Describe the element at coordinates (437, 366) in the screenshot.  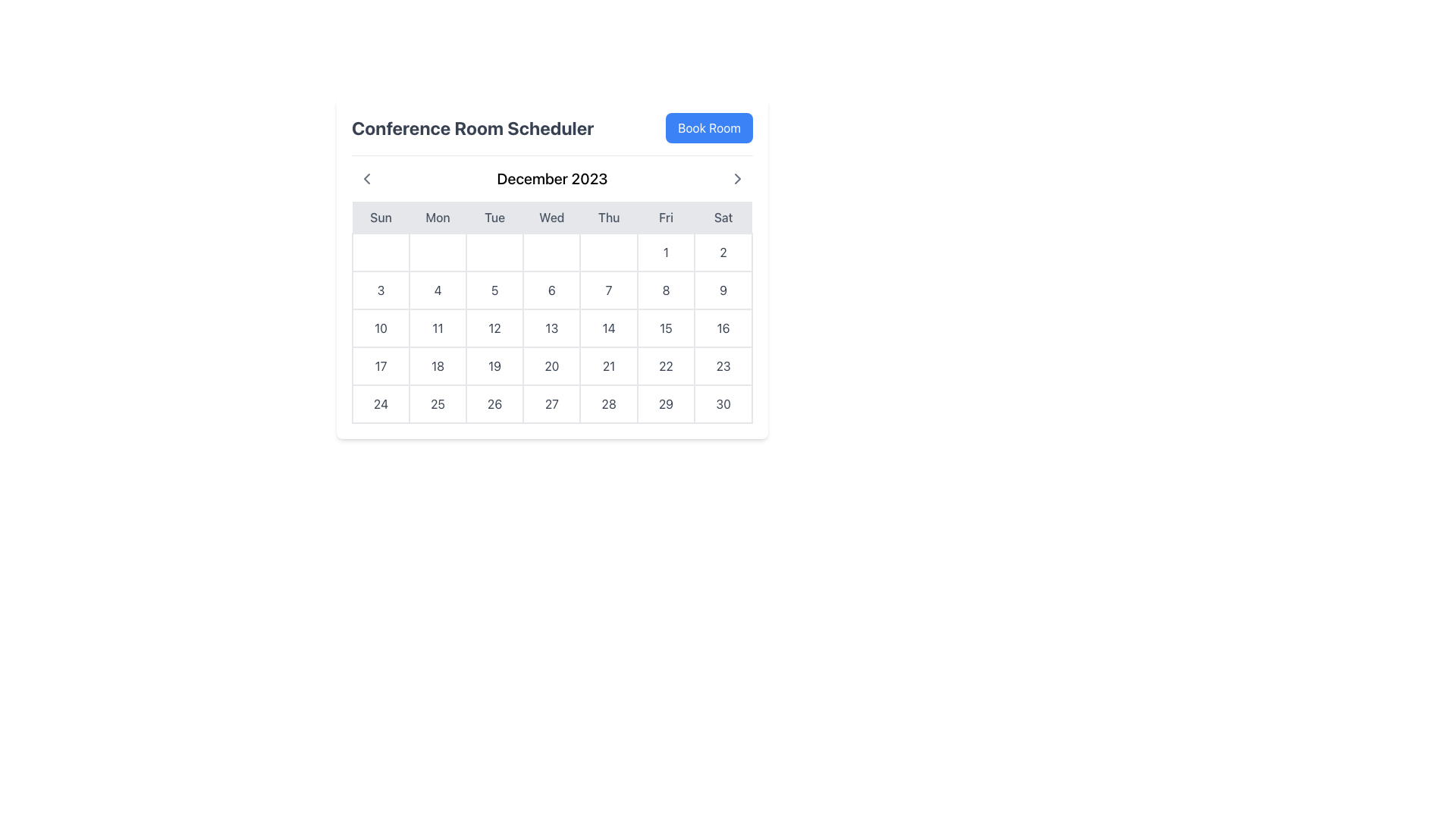
I see `the rounded rectangular button labeled '18' located in the calendar grid under 'December 2023'` at that location.